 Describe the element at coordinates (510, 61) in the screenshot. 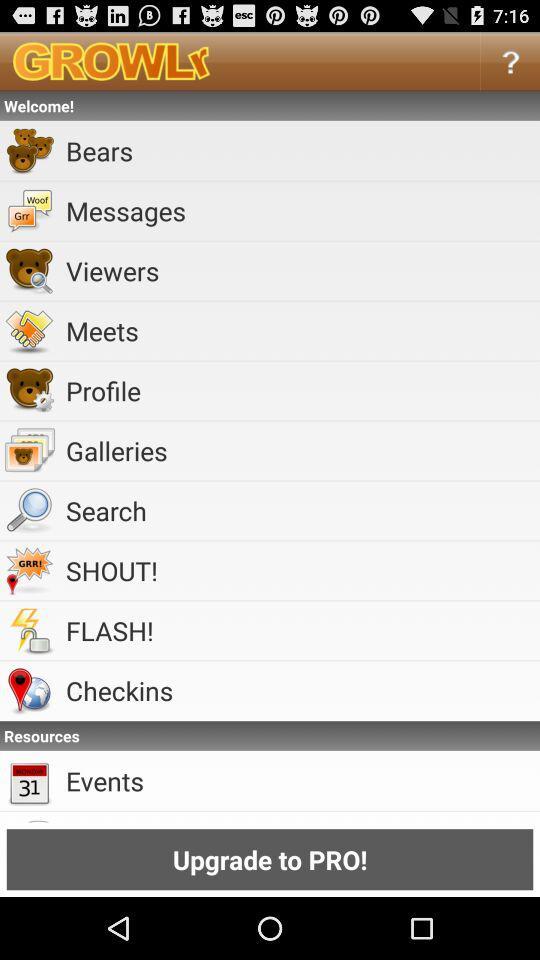

I see `switch help option` at that location.